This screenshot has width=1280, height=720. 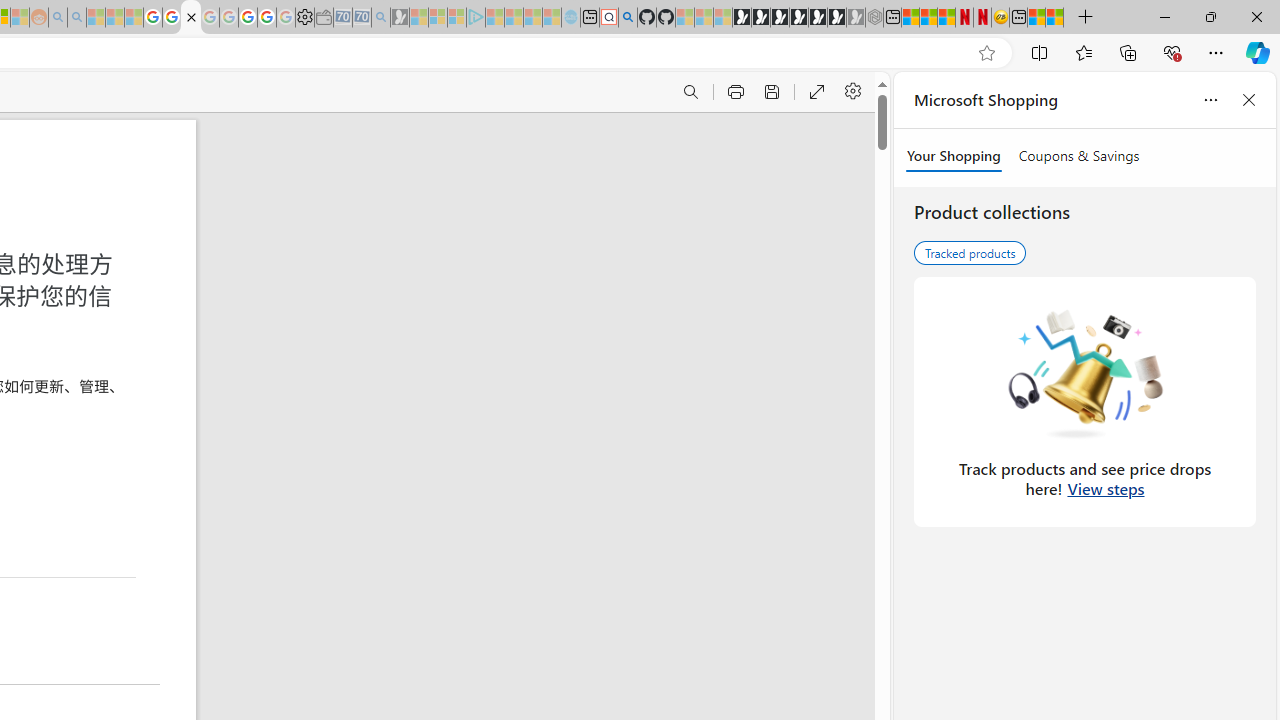 What do you see at coordinates (76, 17) in the screenshot?
I see `'Utah sues federal government - Search - Sleeping'` at bounding box center [76, 17].